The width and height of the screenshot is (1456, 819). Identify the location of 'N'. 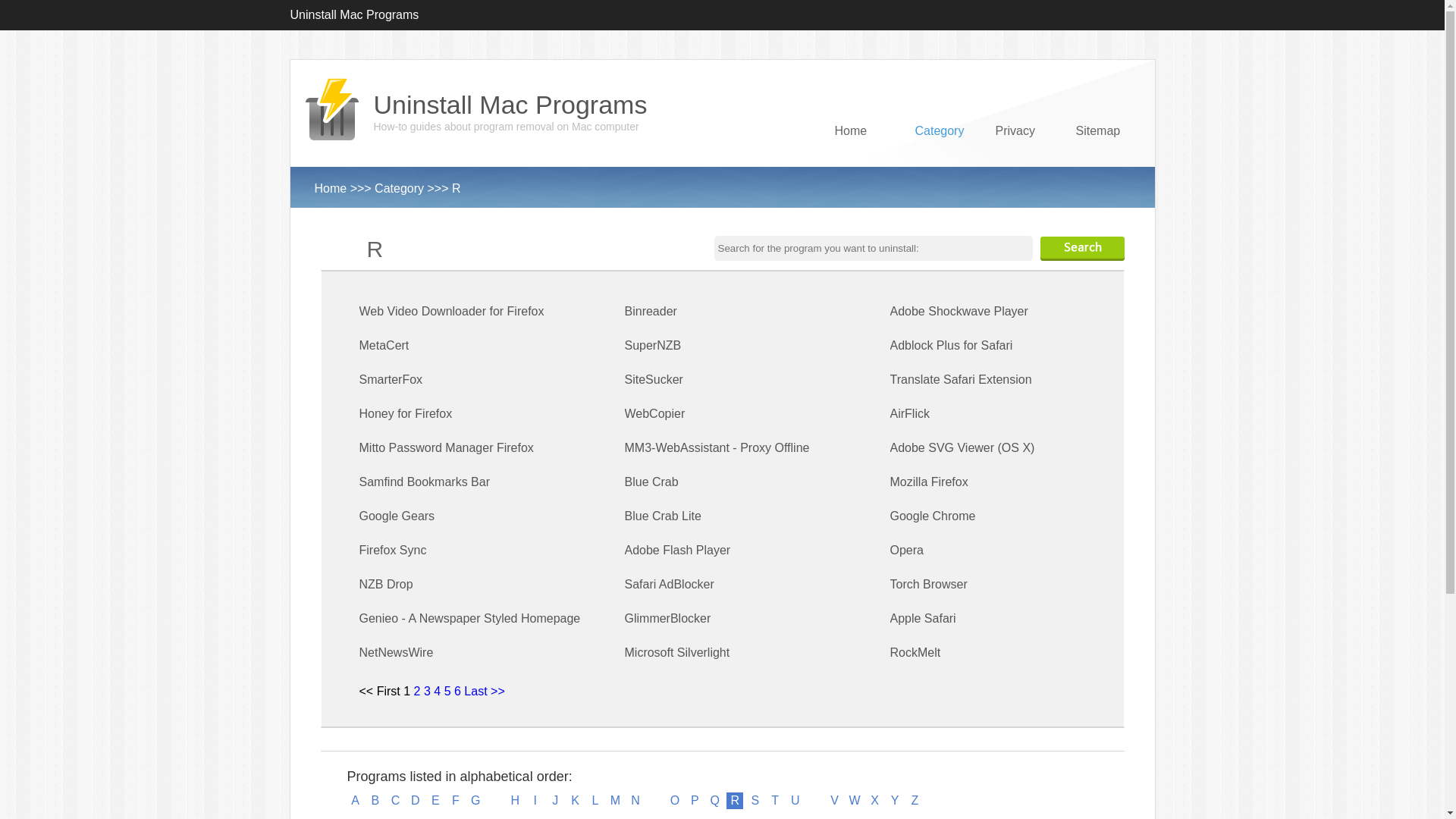
(635, 800).